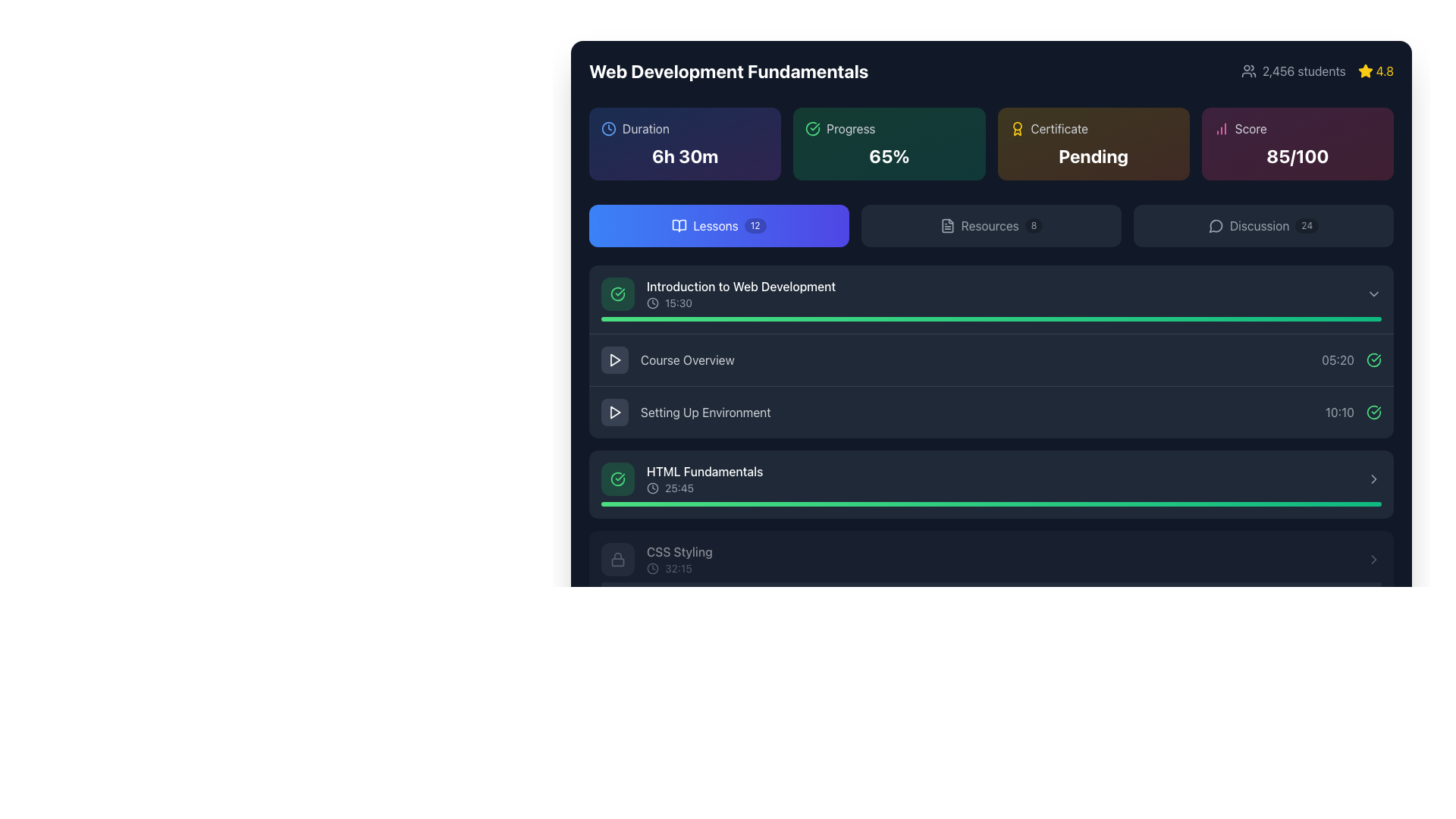 This screenshot has width=1456, height=819. What do you see at coordinates (1339, 412) in the screenshot?
I see `the text element displaying '10:10', which is styled with a gray font and positioned to the right of the 'HTML Fundamentals' section in the UI` at bounding box center [1339, 412].